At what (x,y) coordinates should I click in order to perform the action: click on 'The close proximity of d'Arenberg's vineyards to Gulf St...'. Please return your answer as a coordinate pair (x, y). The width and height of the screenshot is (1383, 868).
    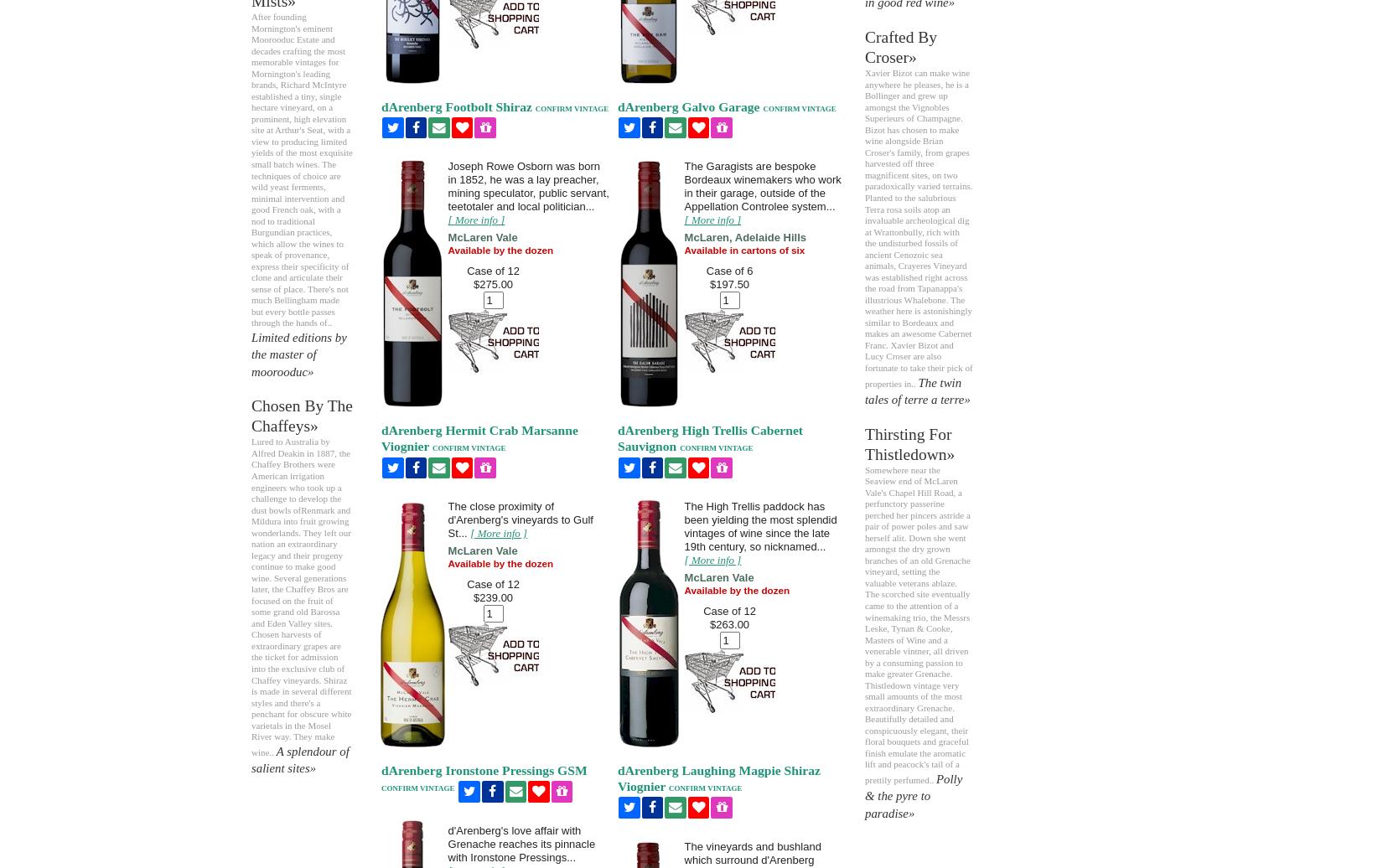
    Looking at the image, I should click on (519, 519).